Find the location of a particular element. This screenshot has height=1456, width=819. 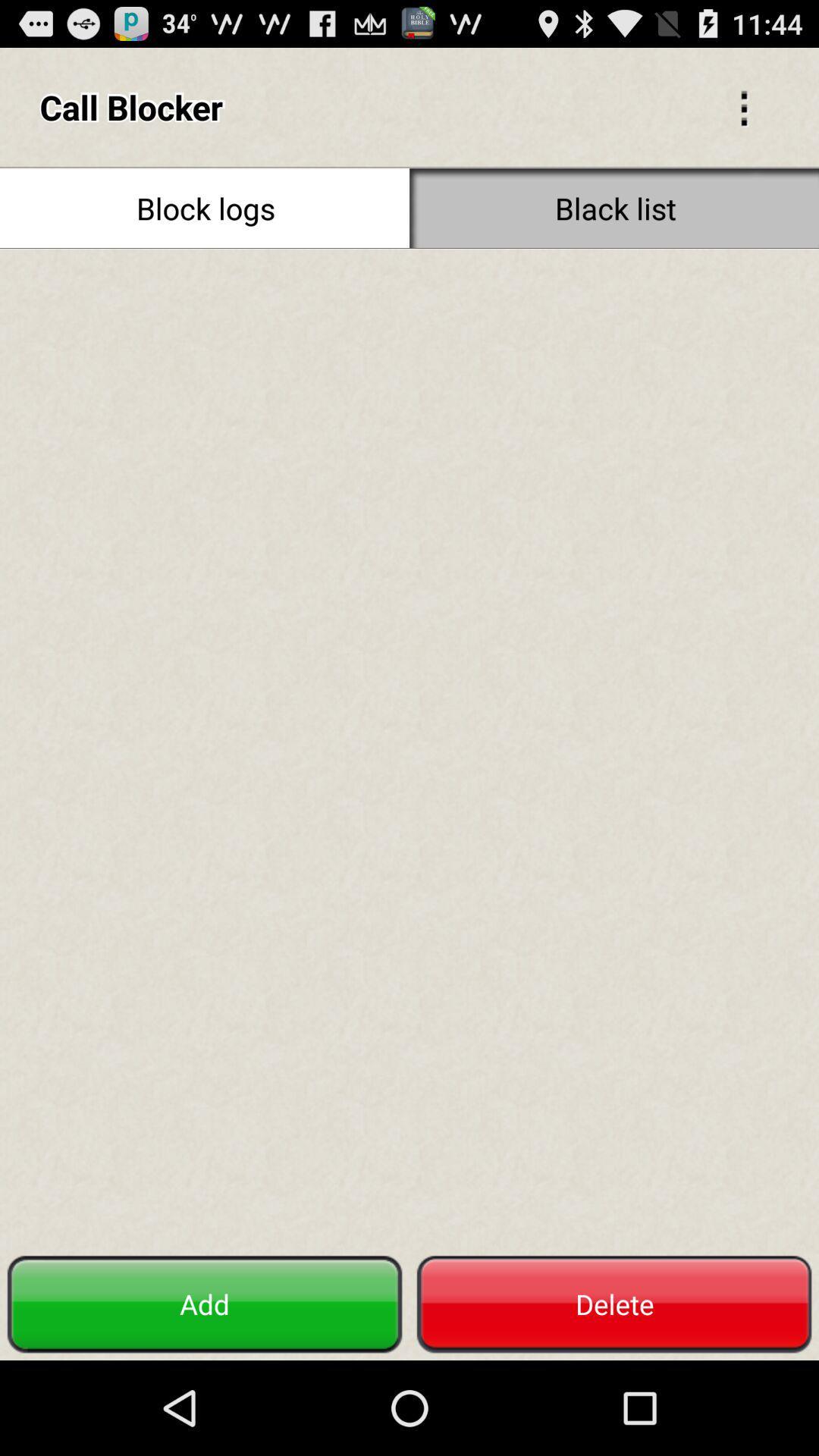

icon next to add icon is located at coordinates (614, 1304).